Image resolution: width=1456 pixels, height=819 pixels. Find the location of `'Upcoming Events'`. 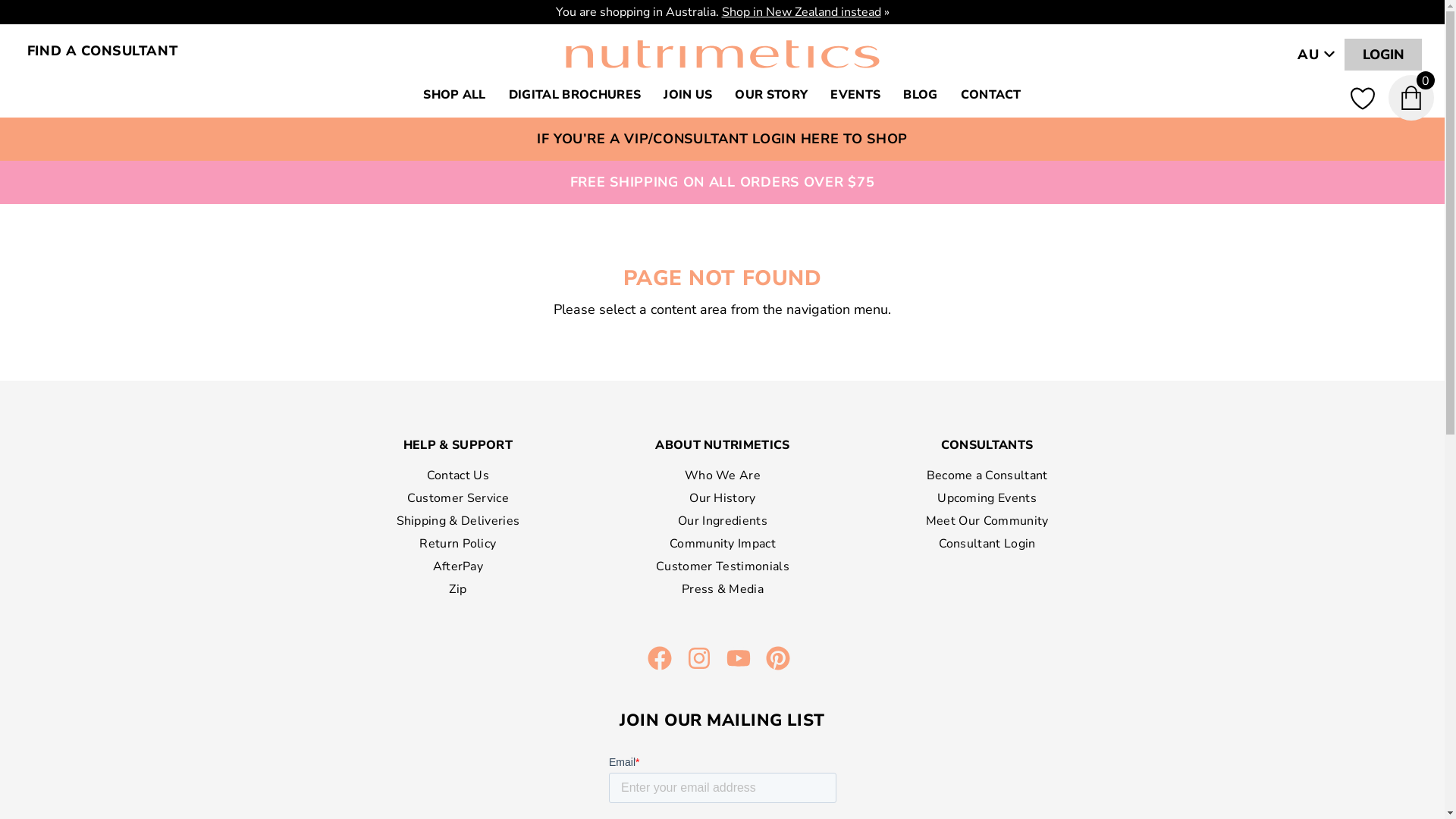

'Upcoming Events' is located at coordinates (987, 497).